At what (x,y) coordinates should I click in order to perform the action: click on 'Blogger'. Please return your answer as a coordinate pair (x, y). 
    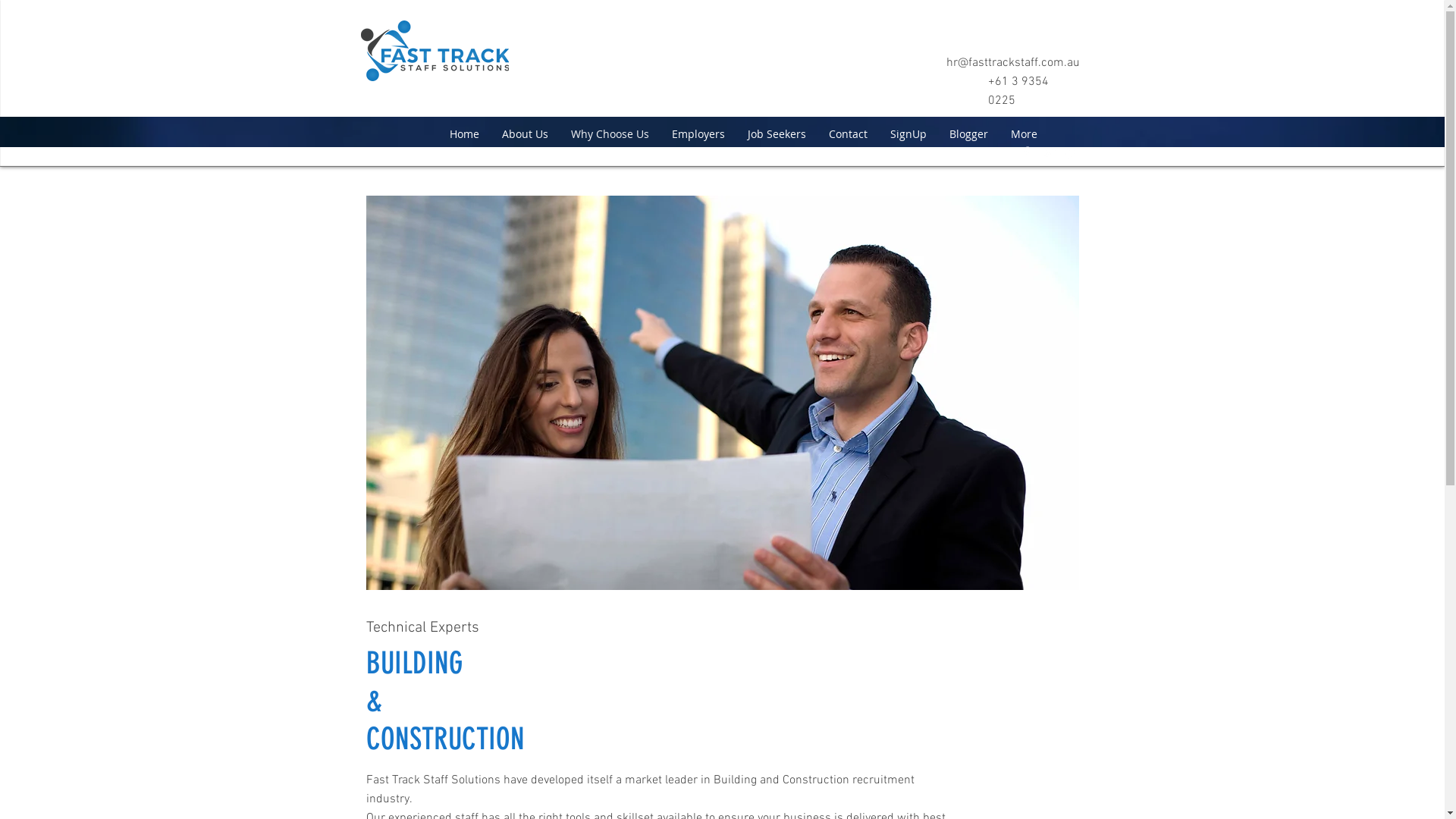
    Looking at the image, I should click on (967, 133).